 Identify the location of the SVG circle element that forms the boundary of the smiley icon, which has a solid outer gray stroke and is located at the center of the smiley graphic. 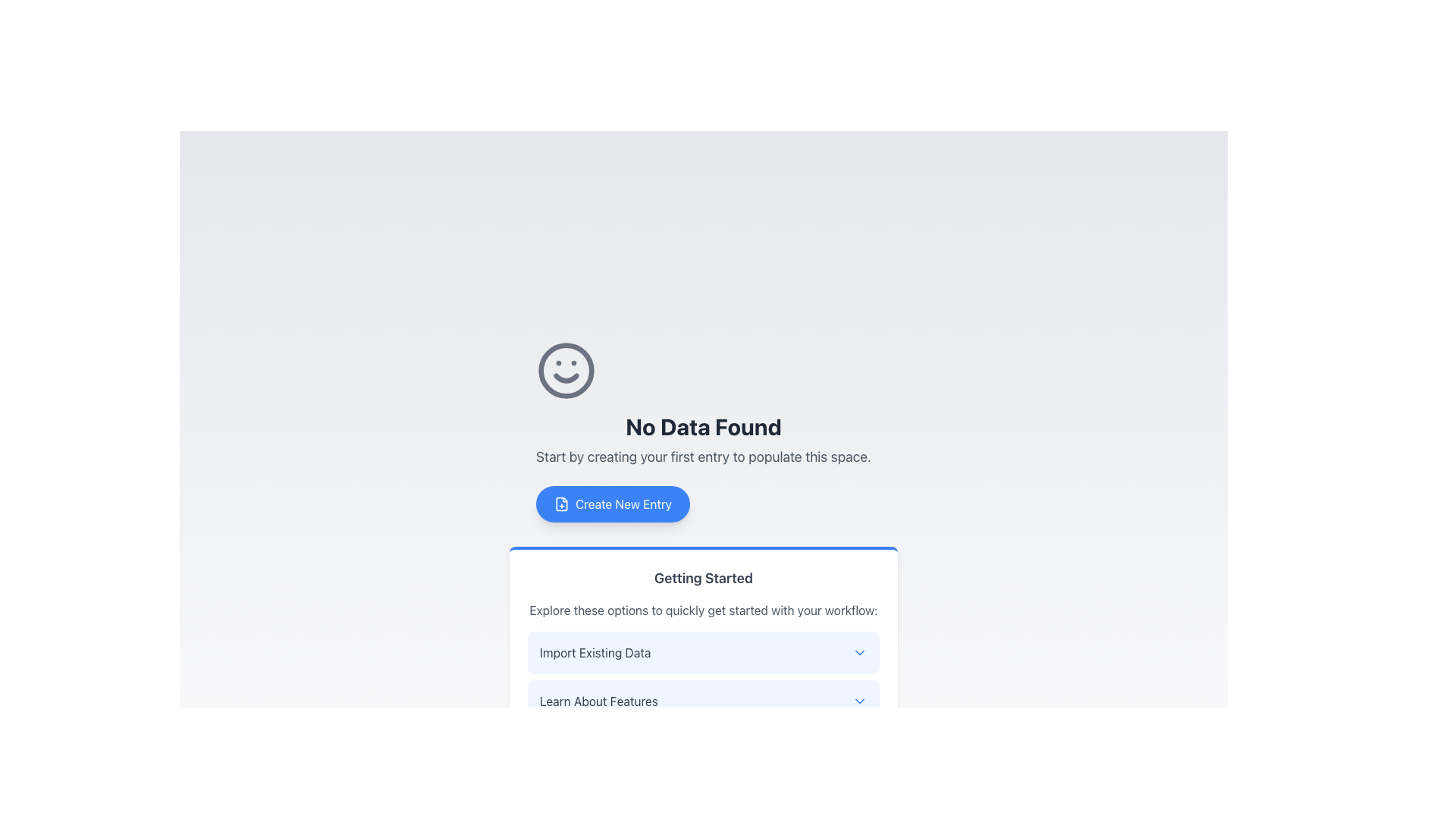
(566, 371).